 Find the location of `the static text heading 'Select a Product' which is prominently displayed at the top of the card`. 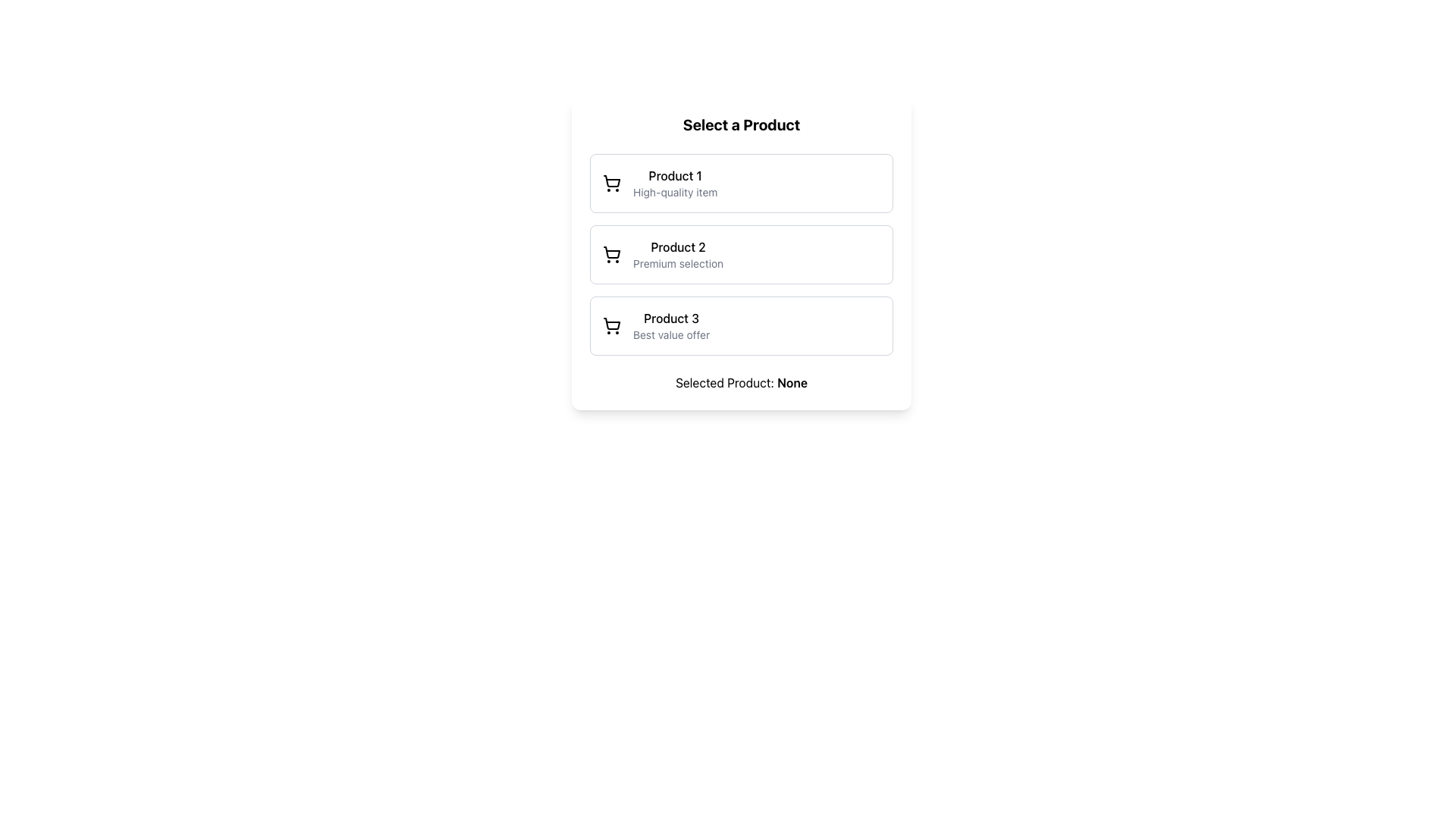

the static text heading 'Select a Product' which is prominently displayed at the top of the card is located at coordinates (742, 124).